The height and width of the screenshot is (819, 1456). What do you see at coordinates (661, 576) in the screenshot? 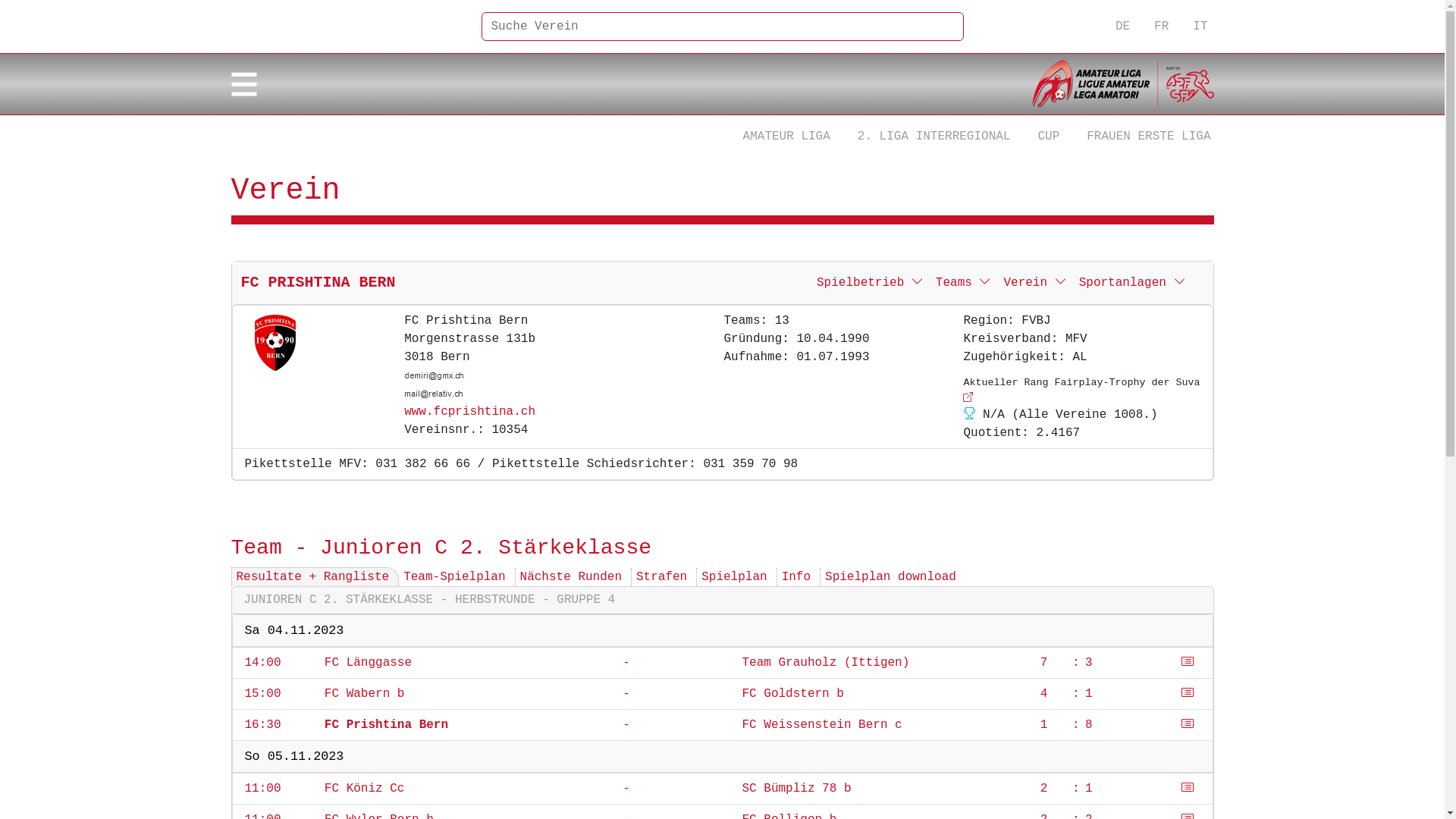
I see `'Strafen'` at bounding box center [661, 576].